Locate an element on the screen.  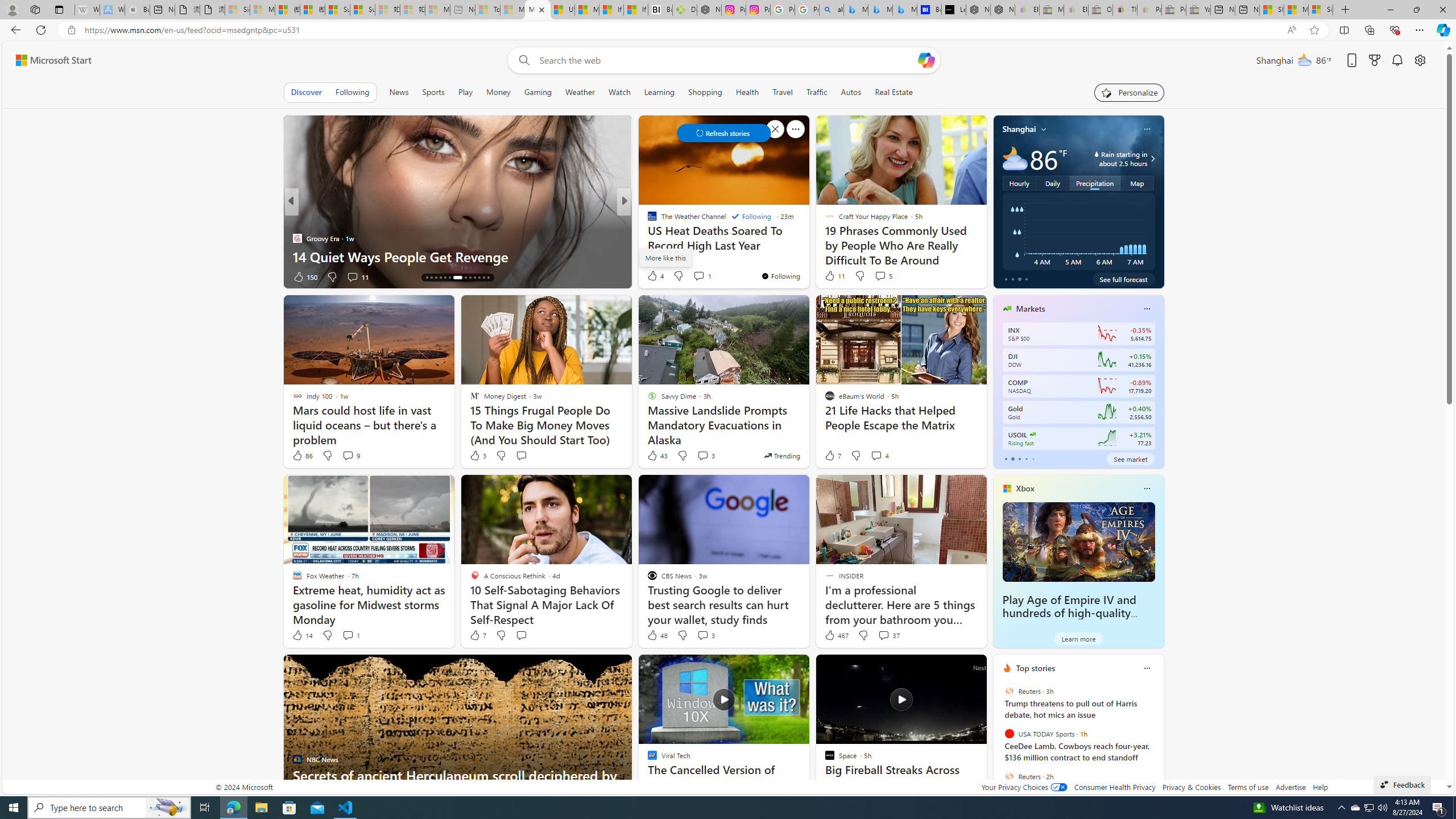
'Refresh' is located at coordinates (40, 29).